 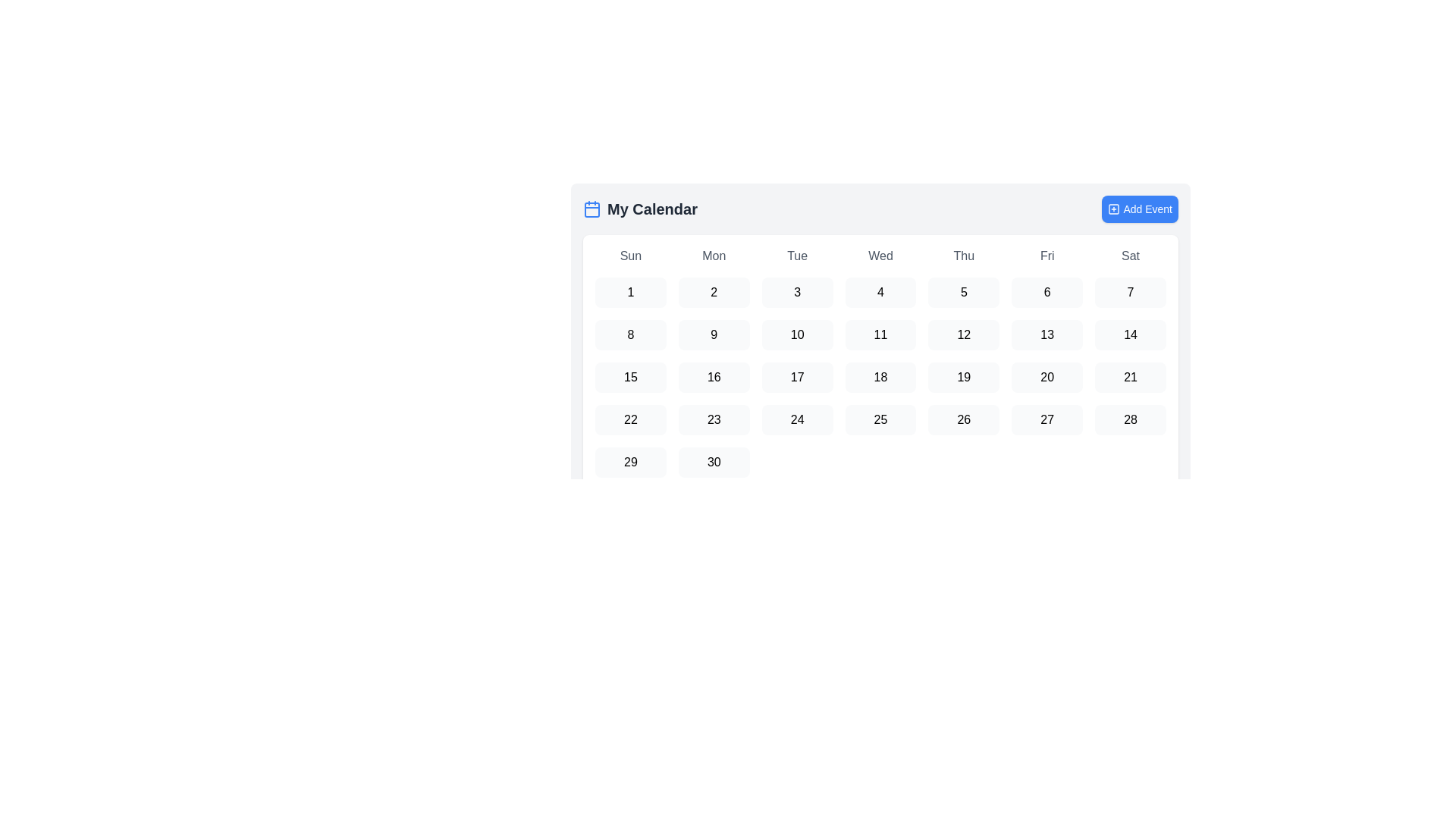 What do you see at coordinates (1131, 334) in the screenshot?
I see `the Calendar day cell displaying '14' located in the last column (Saturday) of the second row, beneath the header 'Sat', to change its background color` at bounding box center [1131, 334].